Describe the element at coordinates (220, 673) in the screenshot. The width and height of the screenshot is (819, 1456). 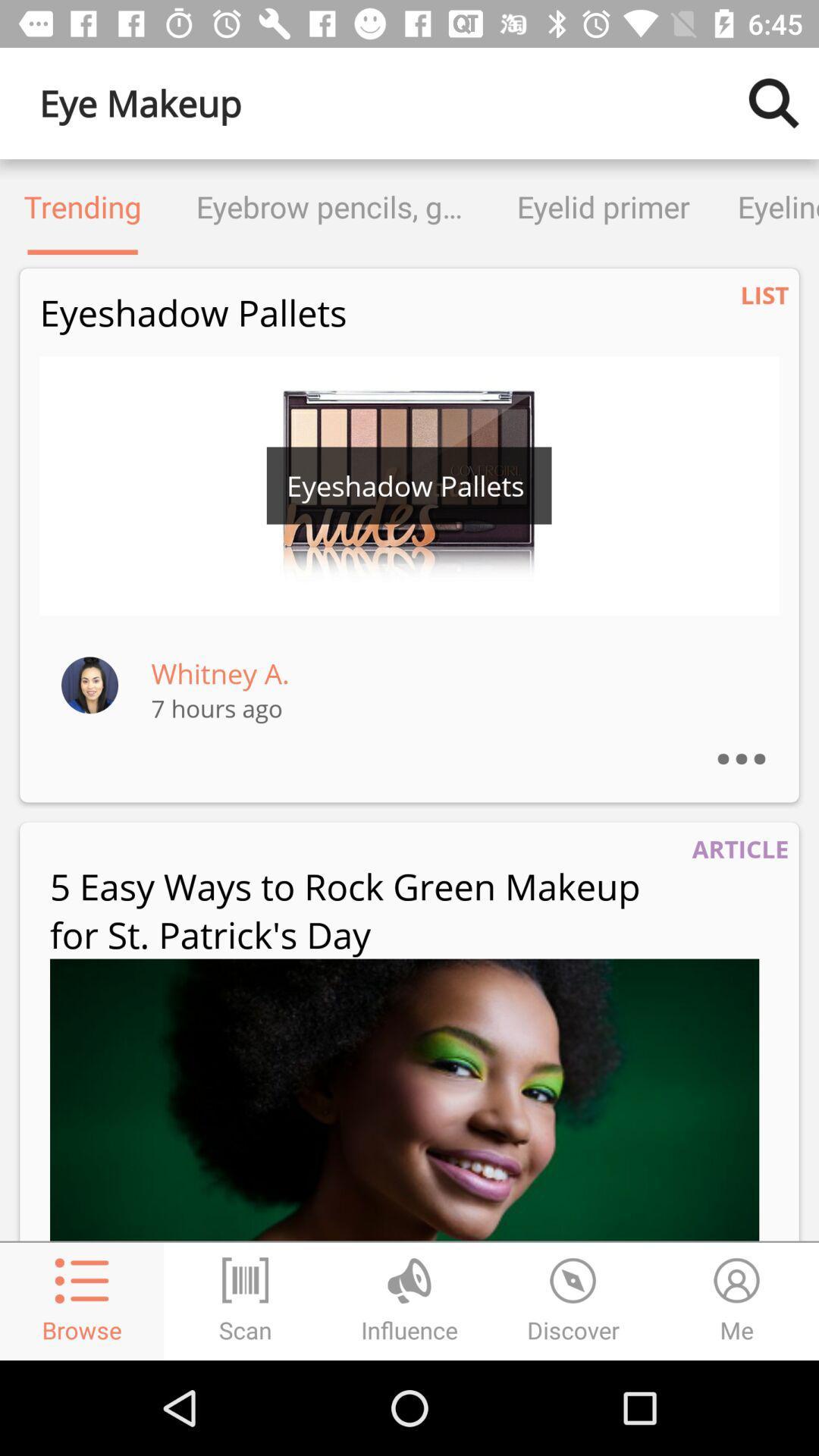
I see `item next to the ... icon` at that location.